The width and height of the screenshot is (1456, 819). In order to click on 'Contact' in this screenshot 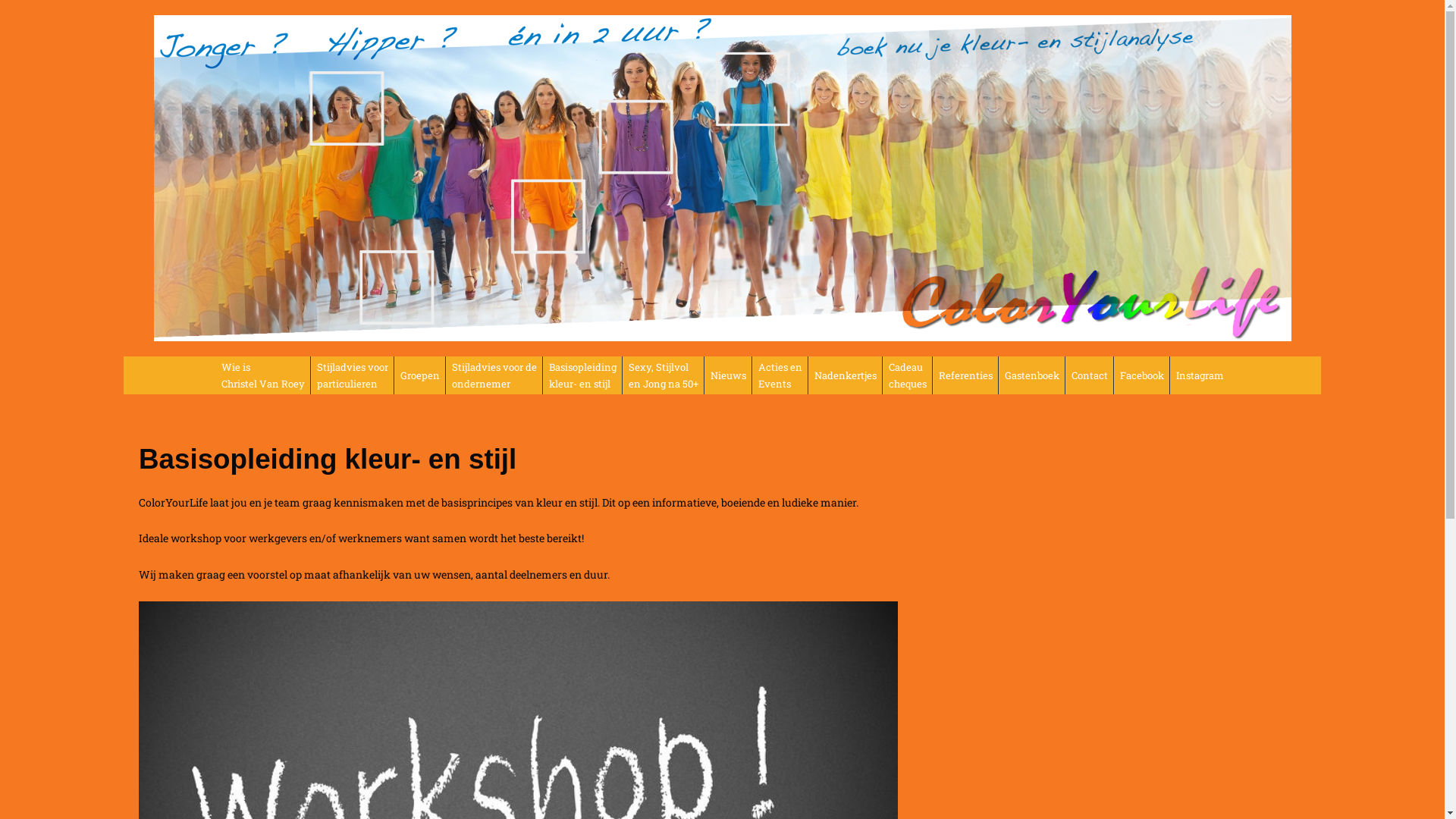, I will do `click(1088, 375)`.